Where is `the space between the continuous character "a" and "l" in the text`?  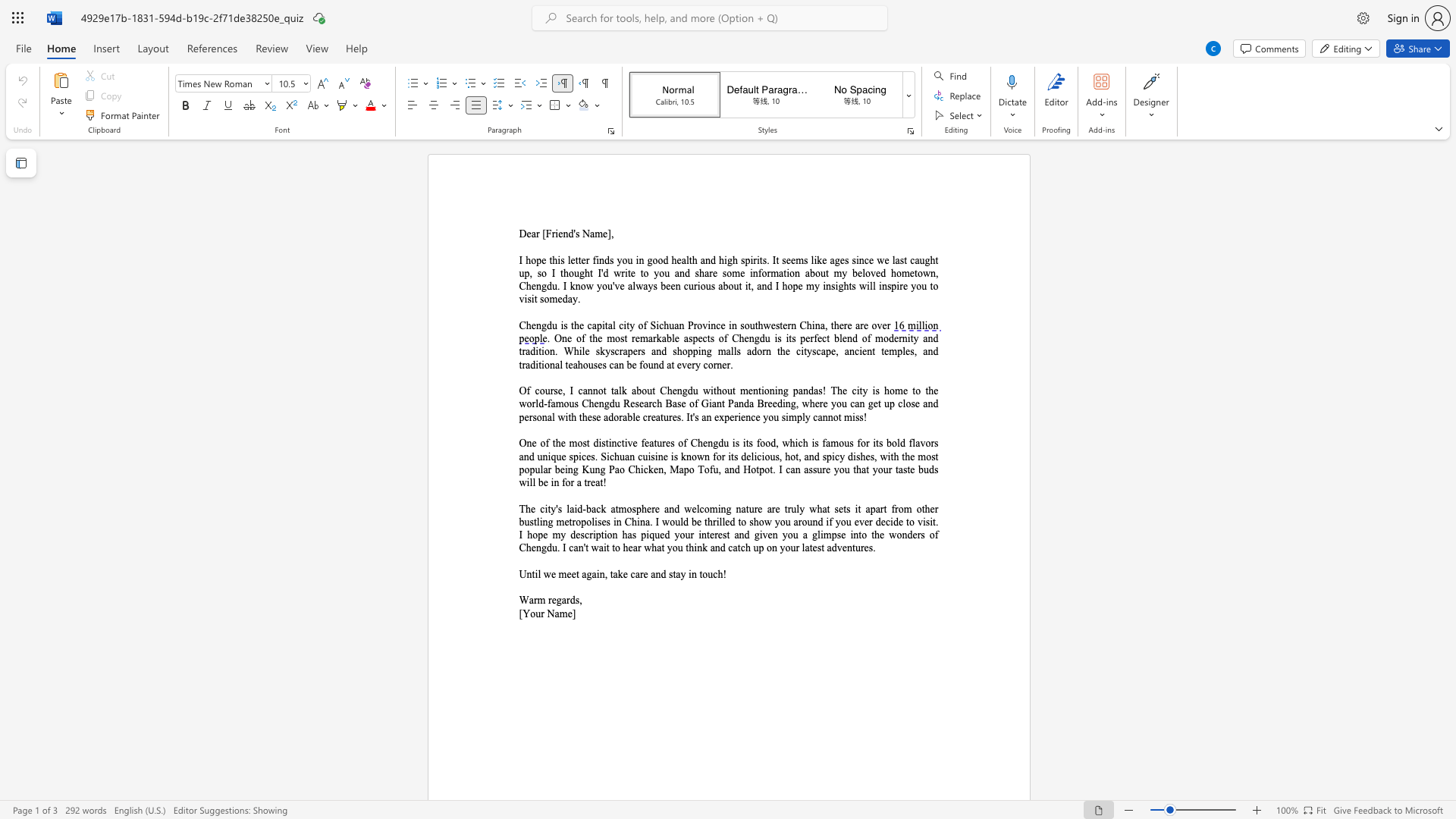
the space between the continuous character "a" and "l" in the text is located at coordinates (685, 259).